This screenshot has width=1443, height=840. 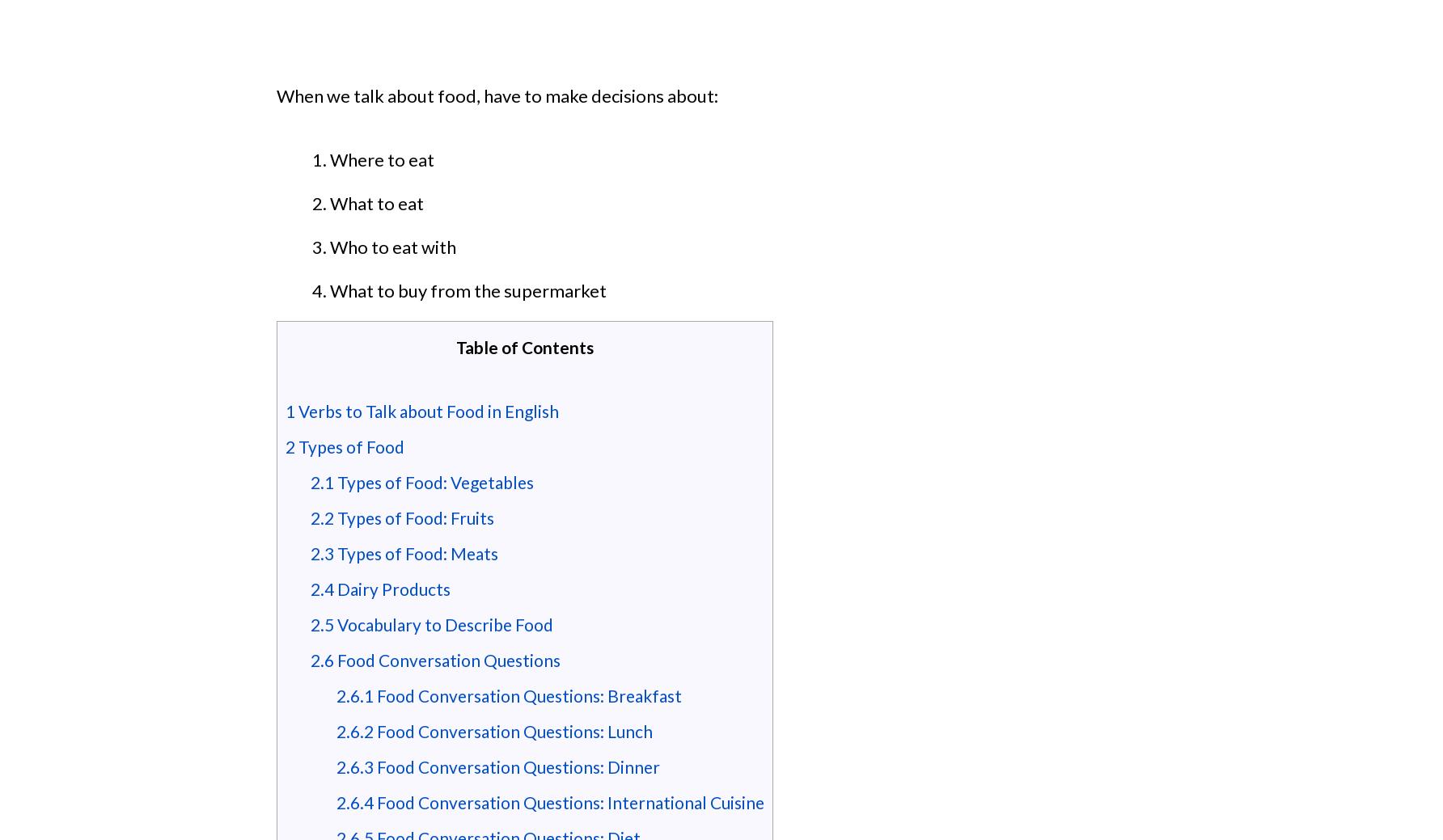 What do you see at coordinates (329, 247) in the screenshot?
I see `'Who to eat with'` at bounding box center [329, 247].